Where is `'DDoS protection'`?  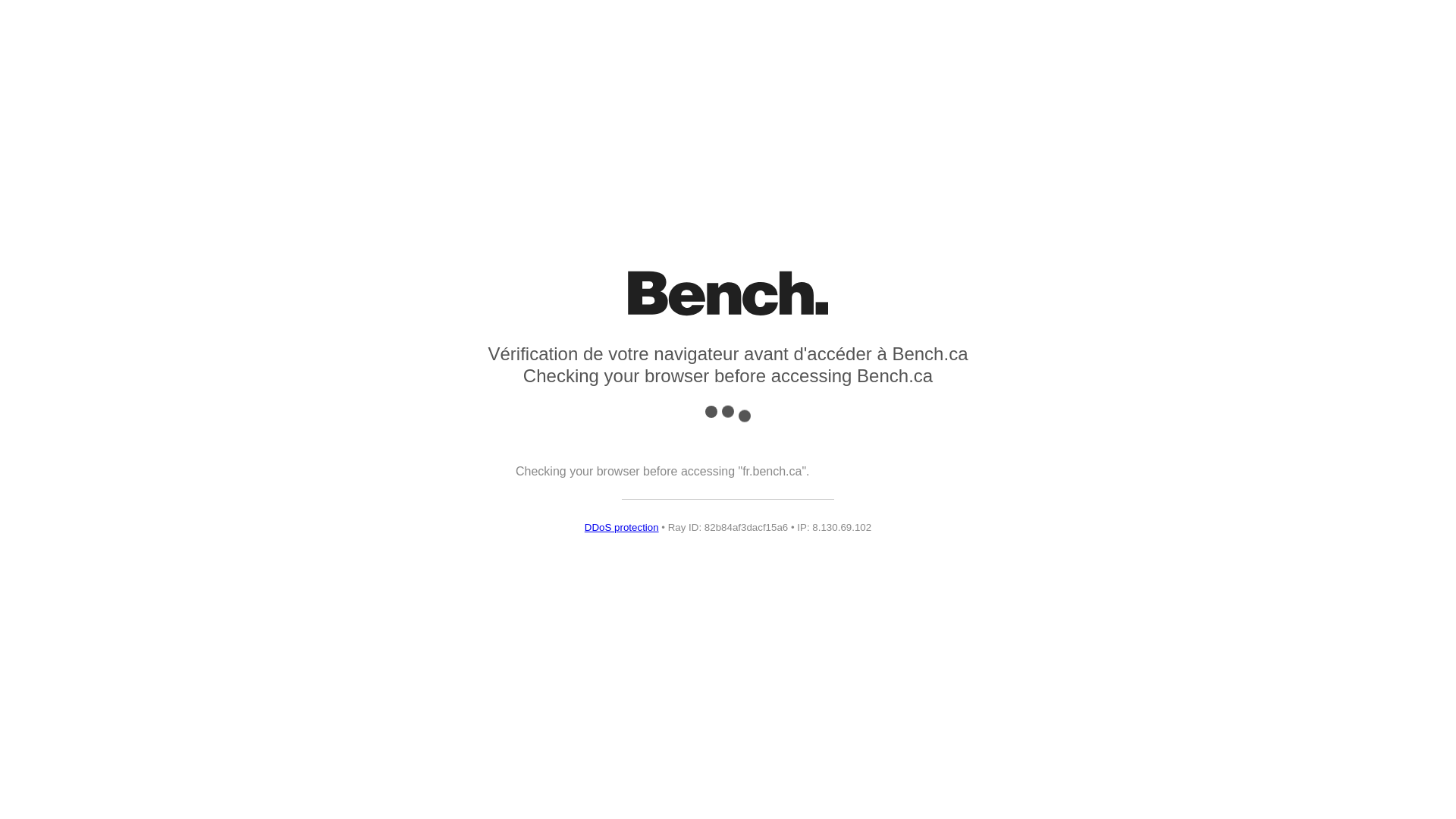
'DDoS protection' is located at coordinates (584, 526).